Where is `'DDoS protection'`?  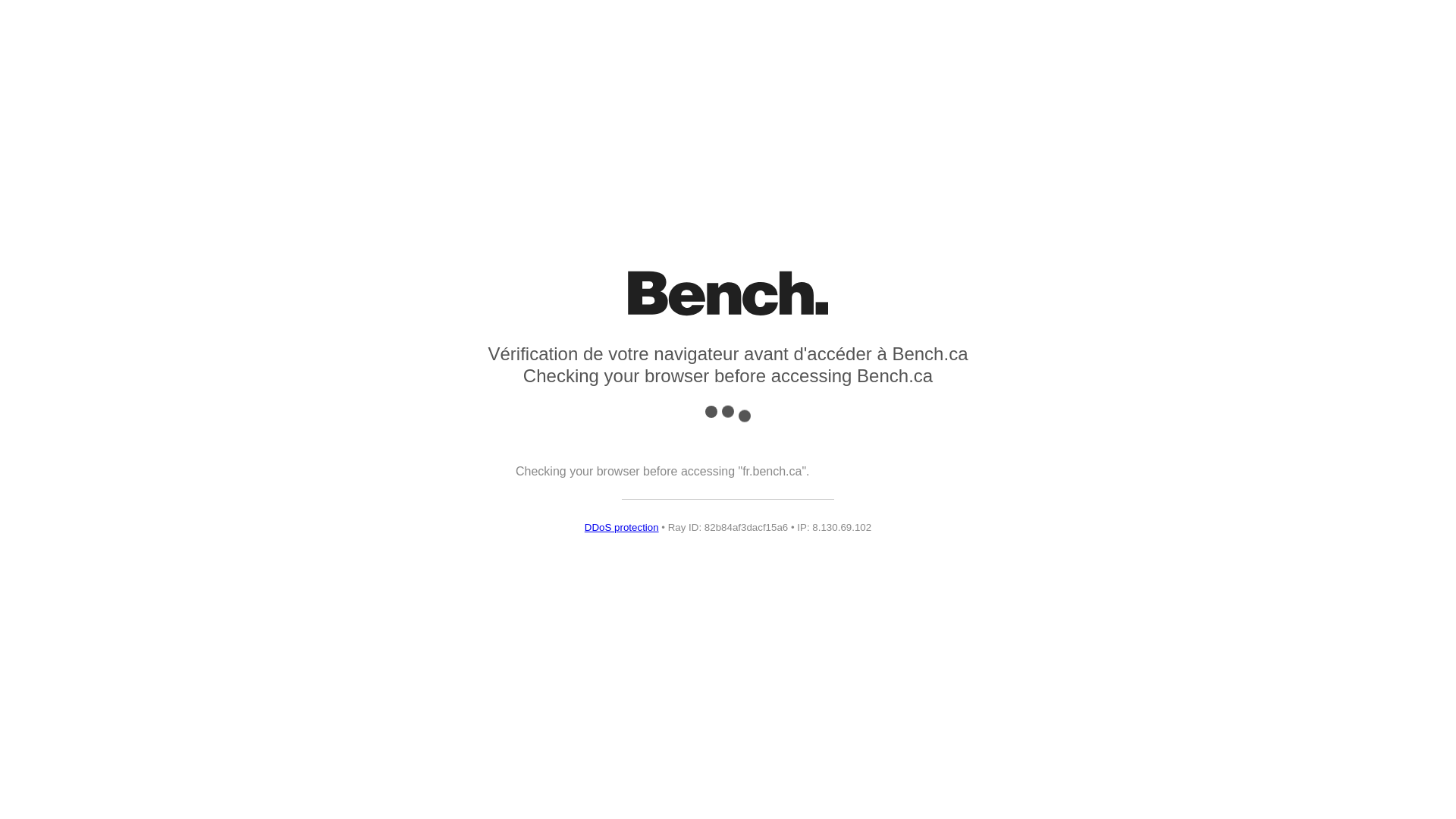
'DDoS protection' is located at coordinates (584, 526).